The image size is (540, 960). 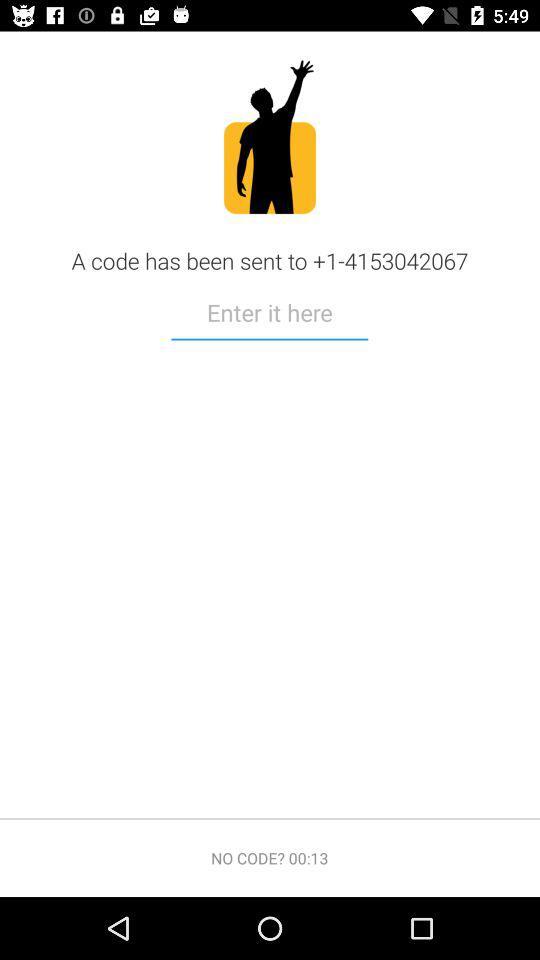 I want to click on the item below the a code has, so click(x=269, y=315).